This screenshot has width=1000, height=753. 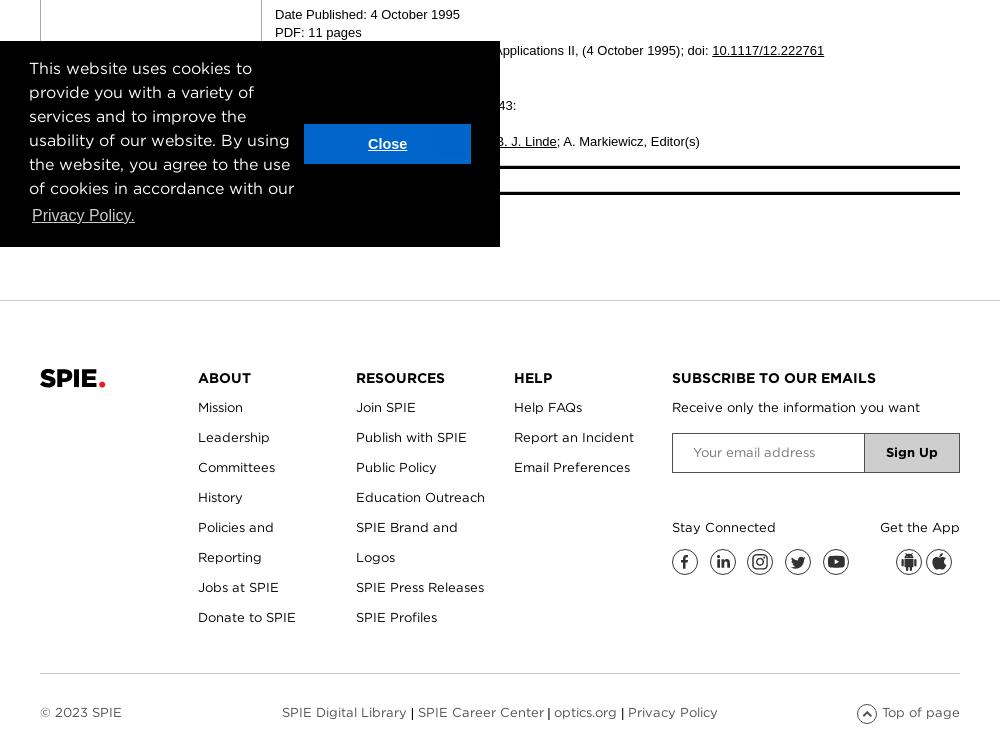 I want to click on 'Education Outreach', so click(x=420, y=495).